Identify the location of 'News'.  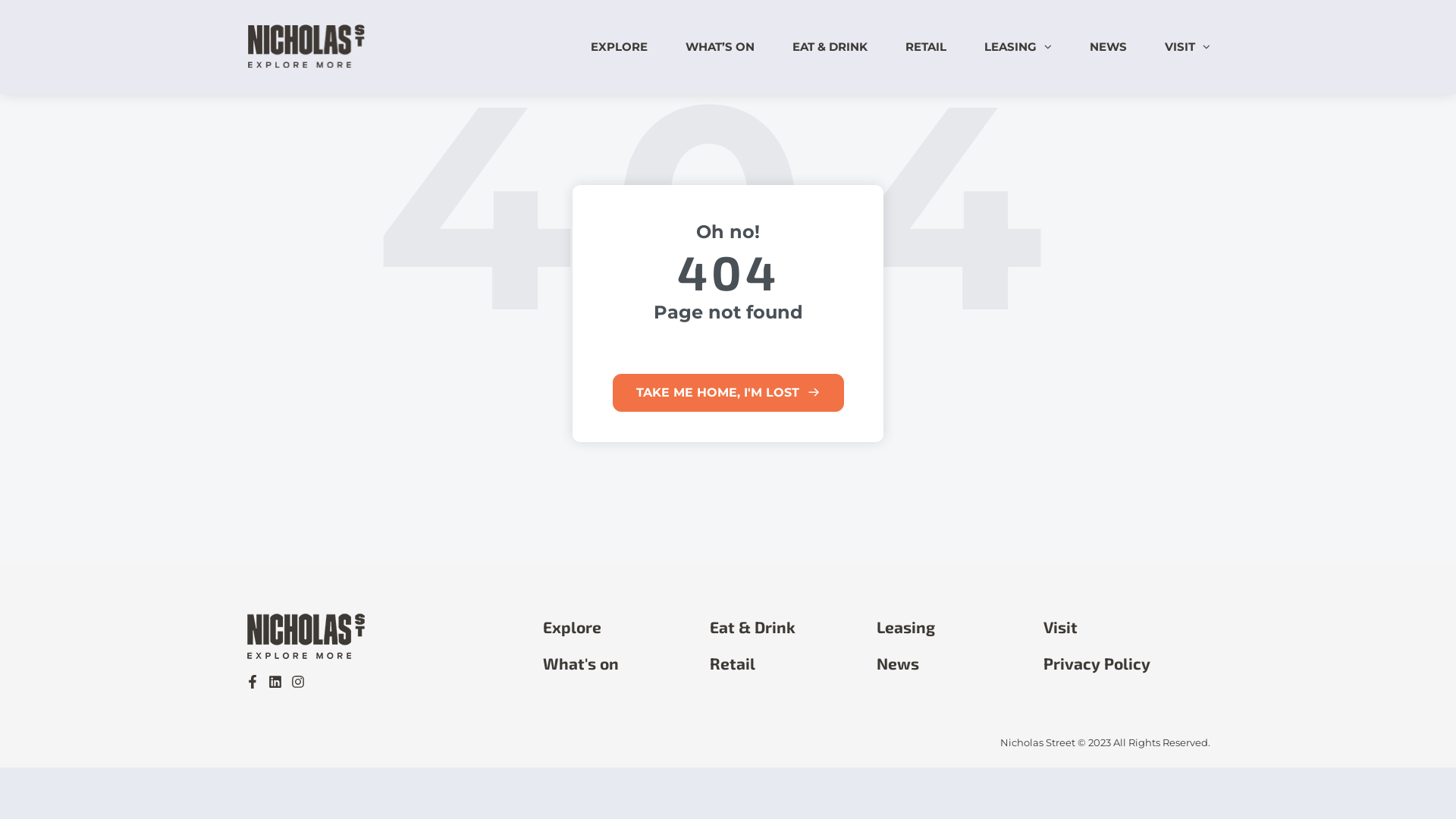
(898, 663).